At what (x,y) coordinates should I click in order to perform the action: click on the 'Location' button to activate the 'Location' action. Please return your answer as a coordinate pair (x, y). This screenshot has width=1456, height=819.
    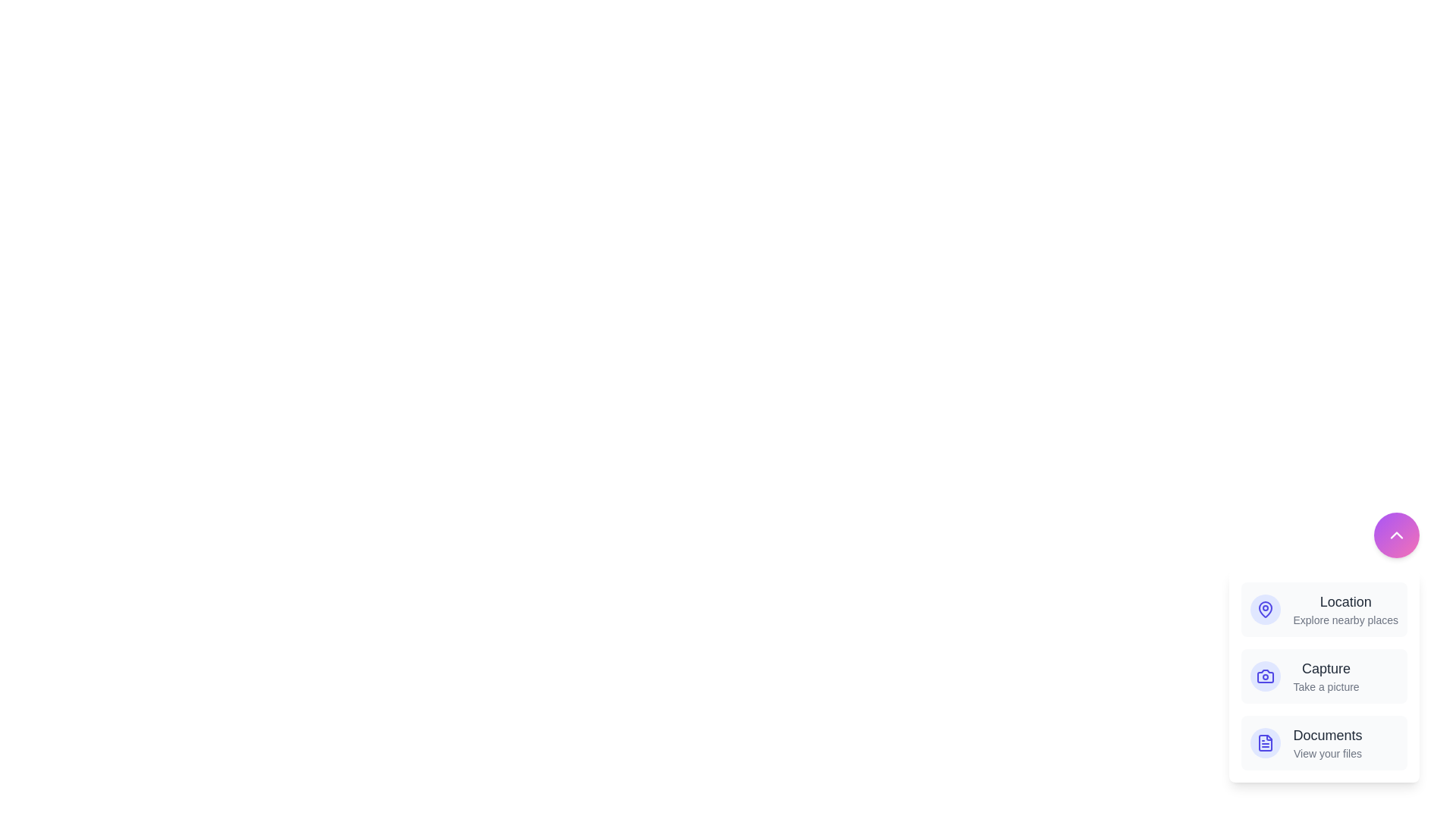
    Looking at the image, I should click on (1323, 608).